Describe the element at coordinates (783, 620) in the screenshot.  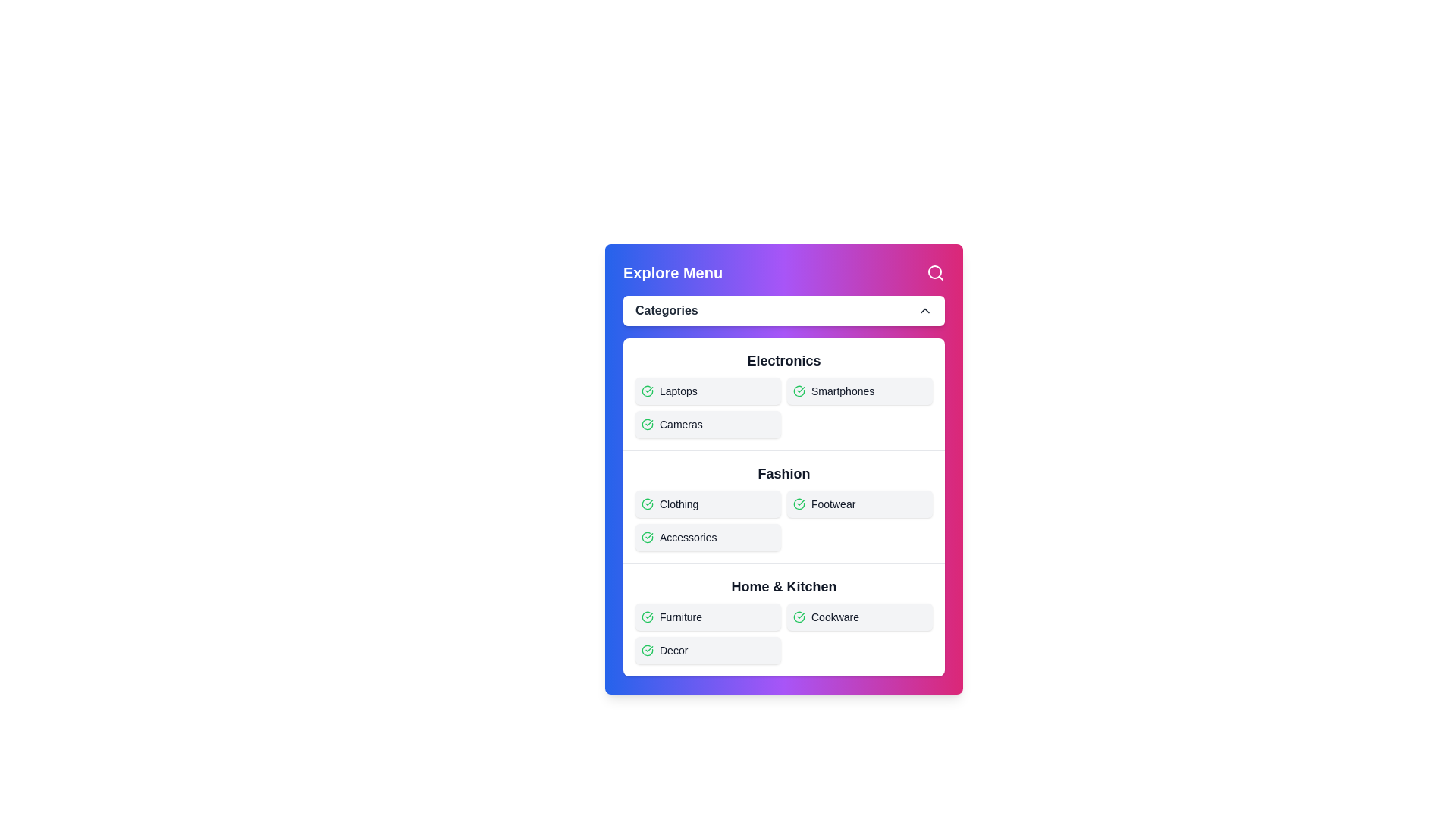
I see `the 'Home & Kitchen' category section, which contains subcategories like 'Furniture', 'Cookware', and 'Decor', positioned centrally within the card interface` at that location.